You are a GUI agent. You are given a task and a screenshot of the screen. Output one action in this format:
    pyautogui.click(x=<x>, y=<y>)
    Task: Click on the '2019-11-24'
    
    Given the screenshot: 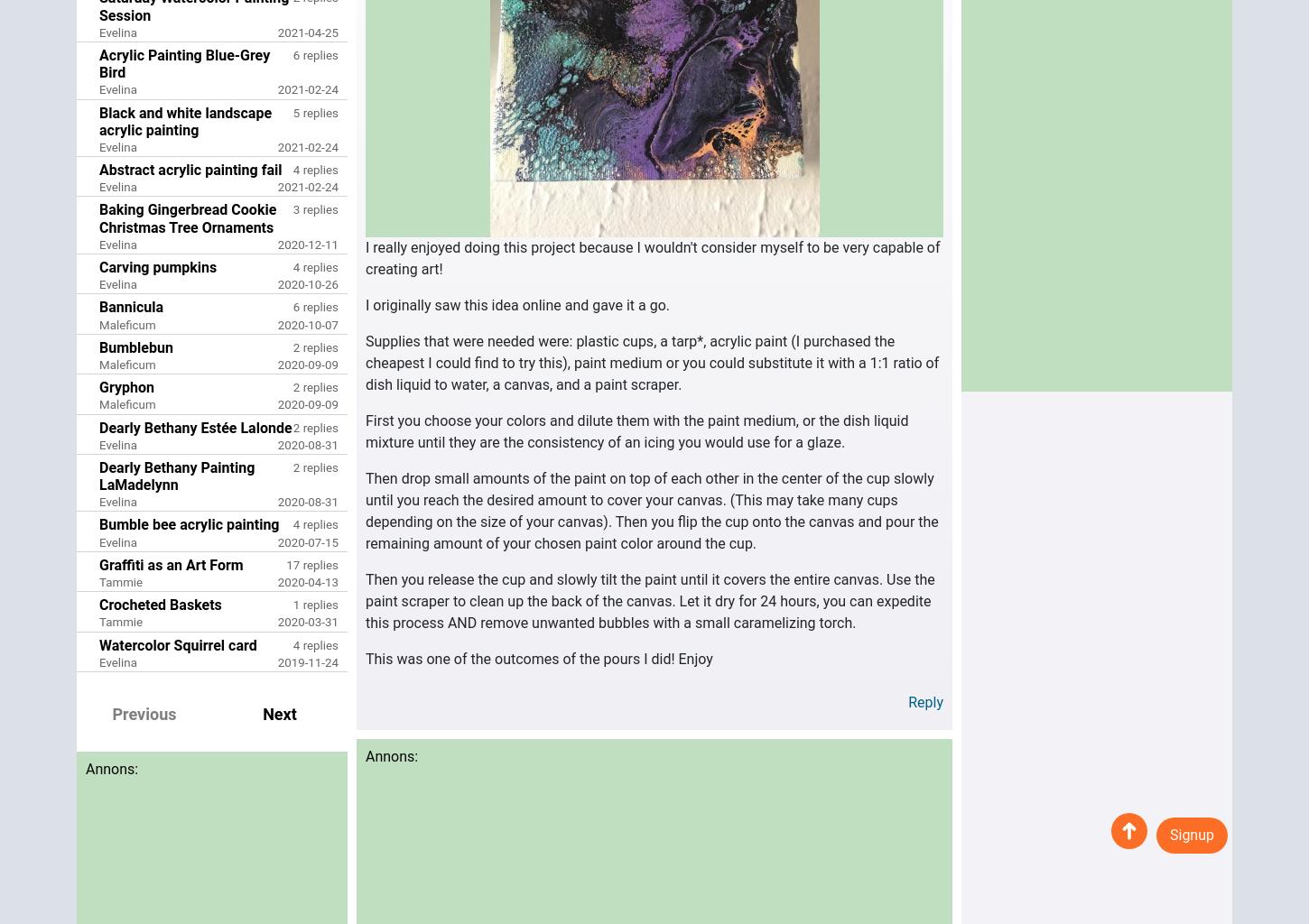 What is the action you would take?
    pyautogui.click(x=276, y=661)
    